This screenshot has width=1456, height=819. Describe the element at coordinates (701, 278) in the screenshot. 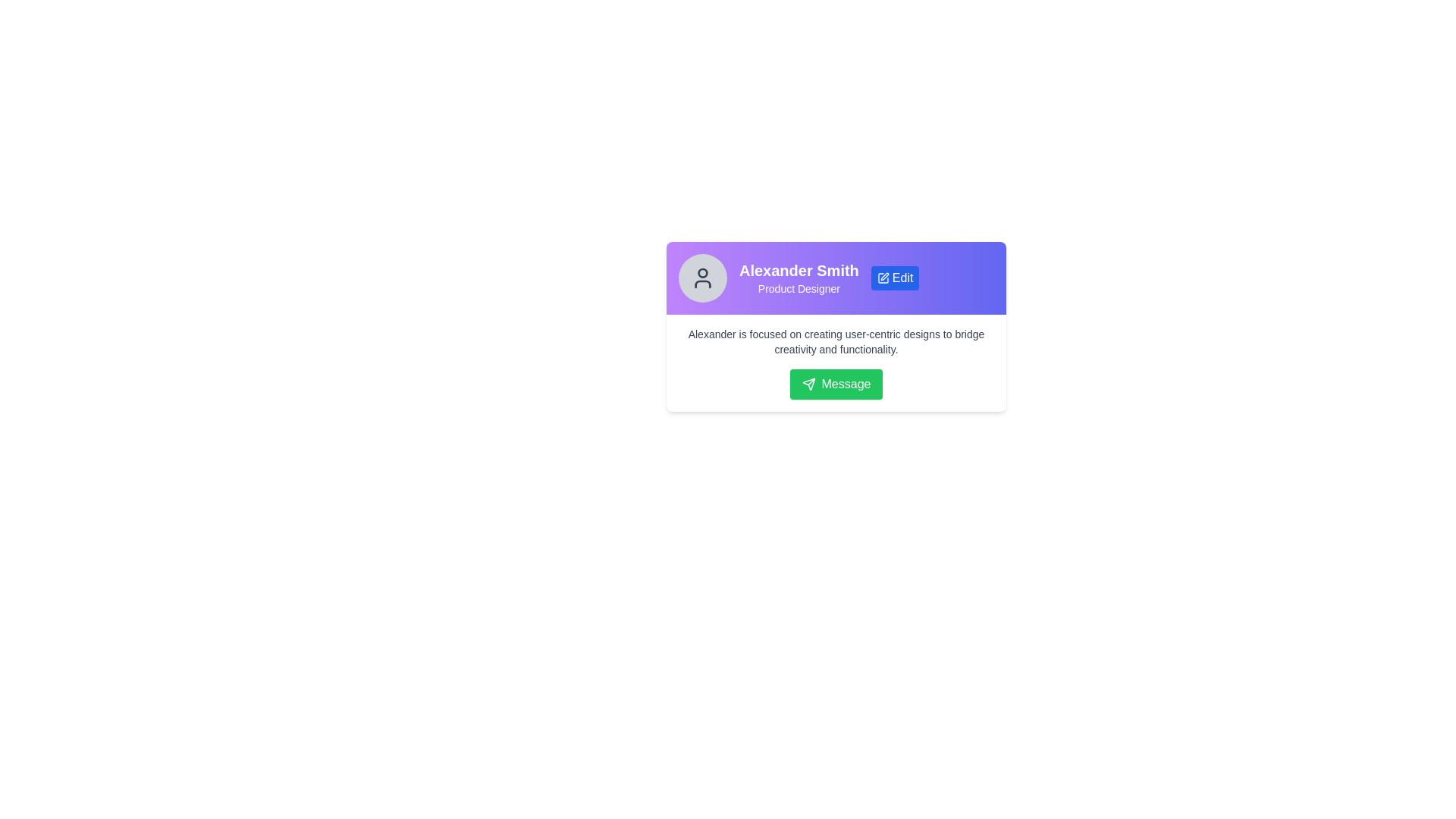

I see `the circular avatar placeholder with a user icon in the center, located in the header section before the text 'Alexander Smith'` at that location.